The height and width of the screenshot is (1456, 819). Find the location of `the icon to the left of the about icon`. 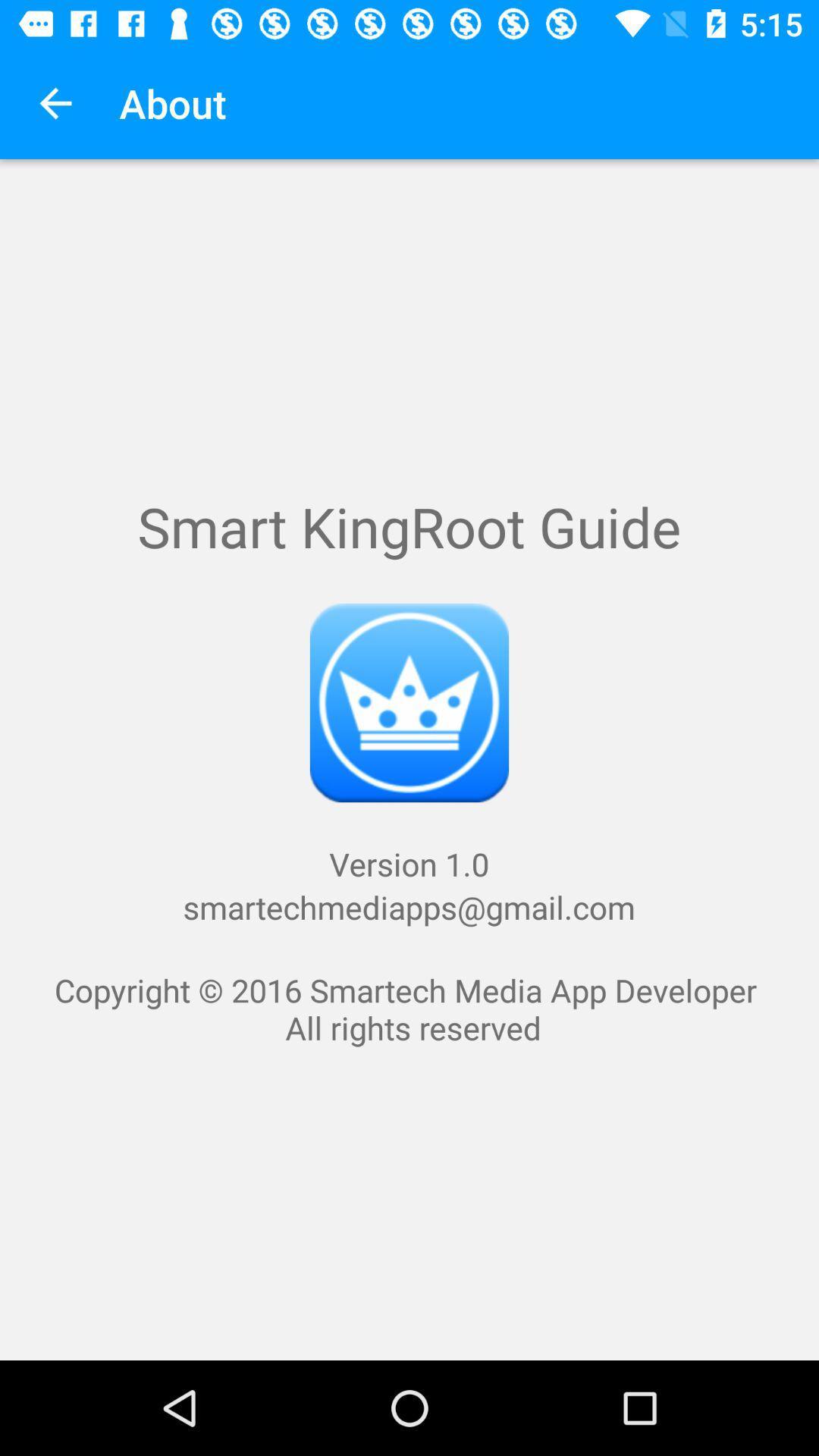

the icon to the left of the about icon is located at coordinates (55, 102).